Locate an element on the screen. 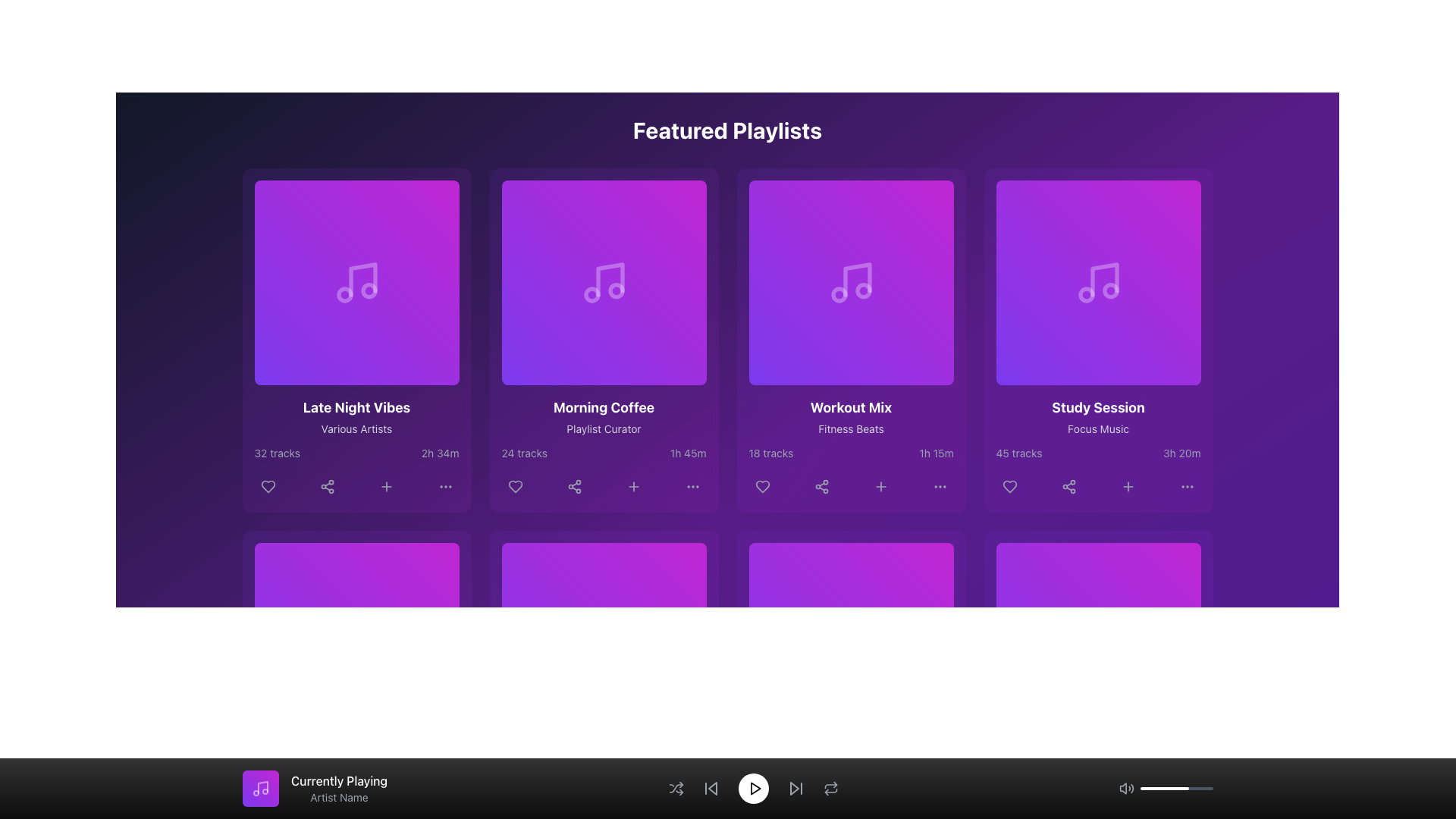 The height and width of the screenshot is (819, 1456). the music note icon located in the center of the 'Morning Coffee' playlist card is located at coordinates (603, 283).